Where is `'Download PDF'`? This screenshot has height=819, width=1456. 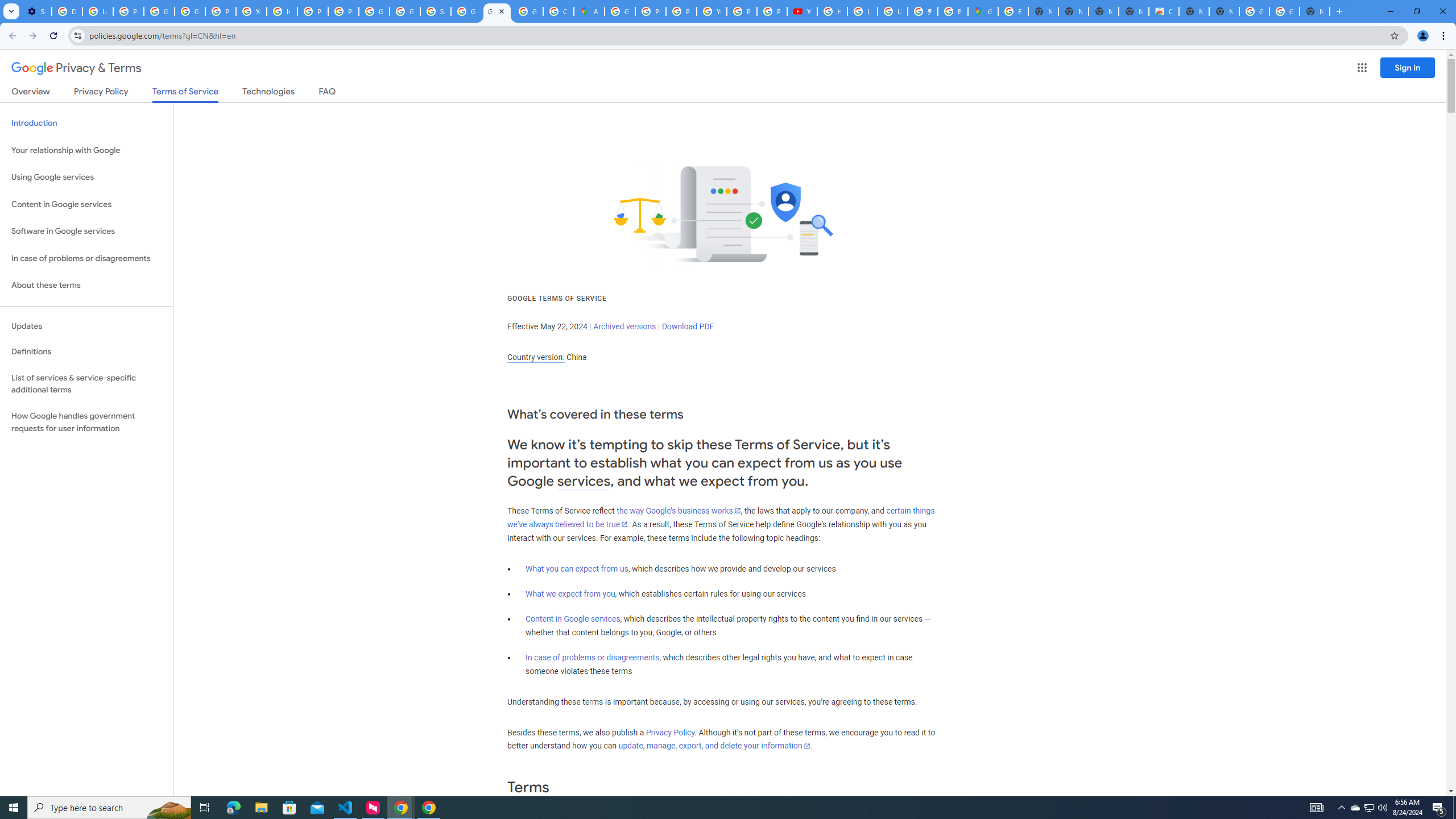
'Download PDF' is located at coordinates (687, 325).